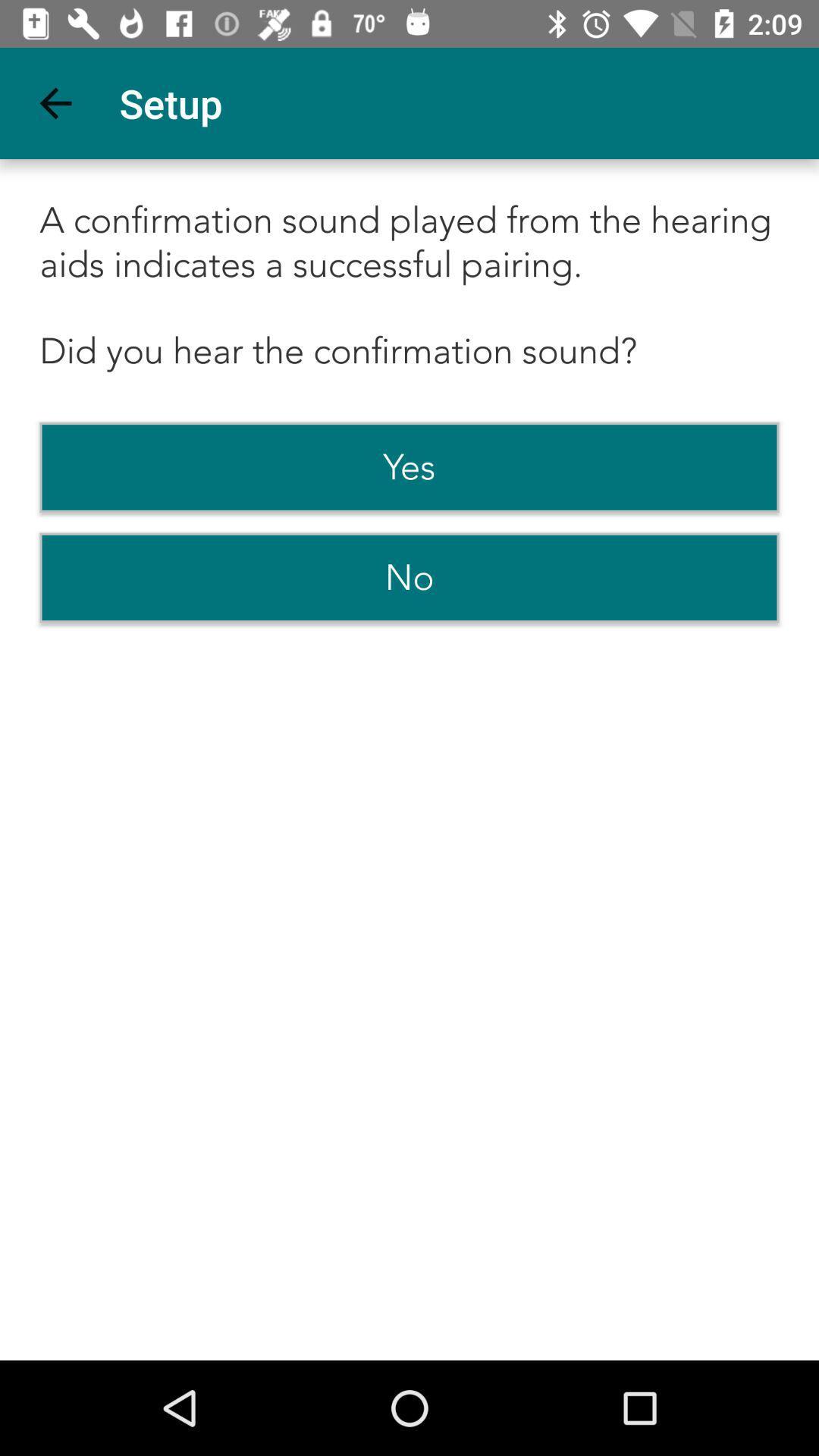  Describe the element at coordinates (409, 577) in the screenshot. I see `the icon at the center` at that location.